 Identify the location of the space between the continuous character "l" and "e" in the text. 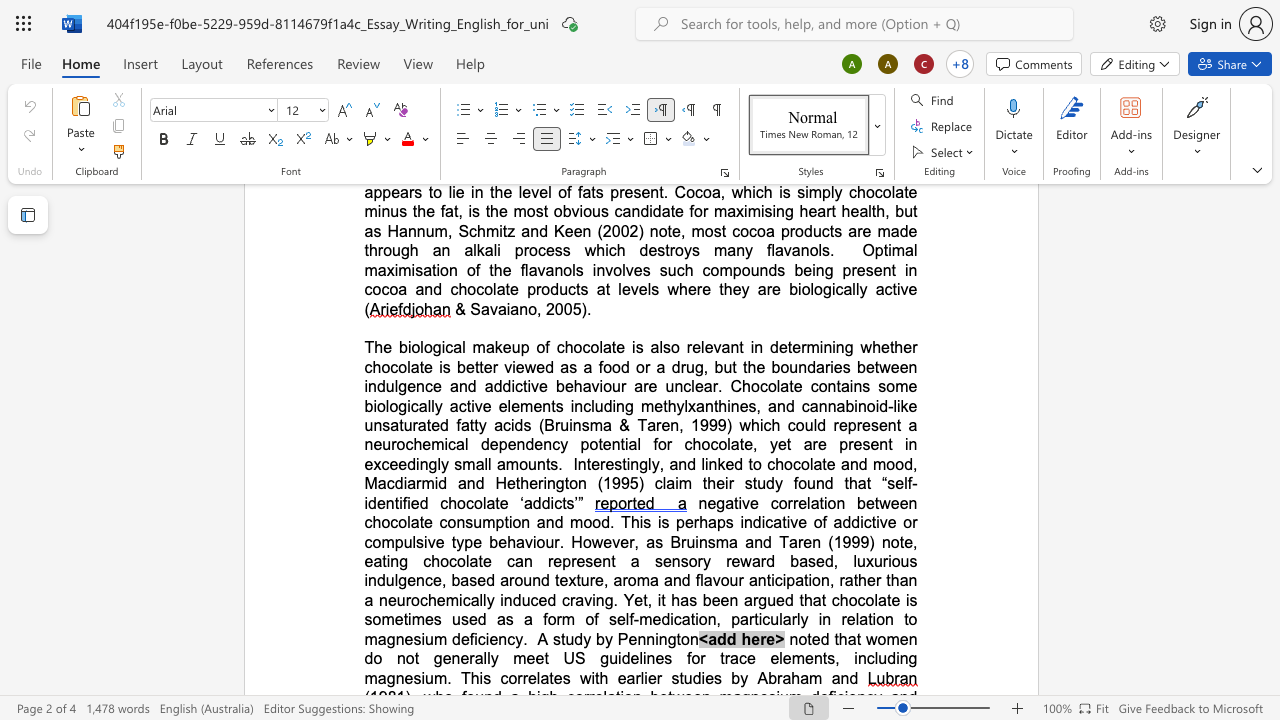
(523, 192).